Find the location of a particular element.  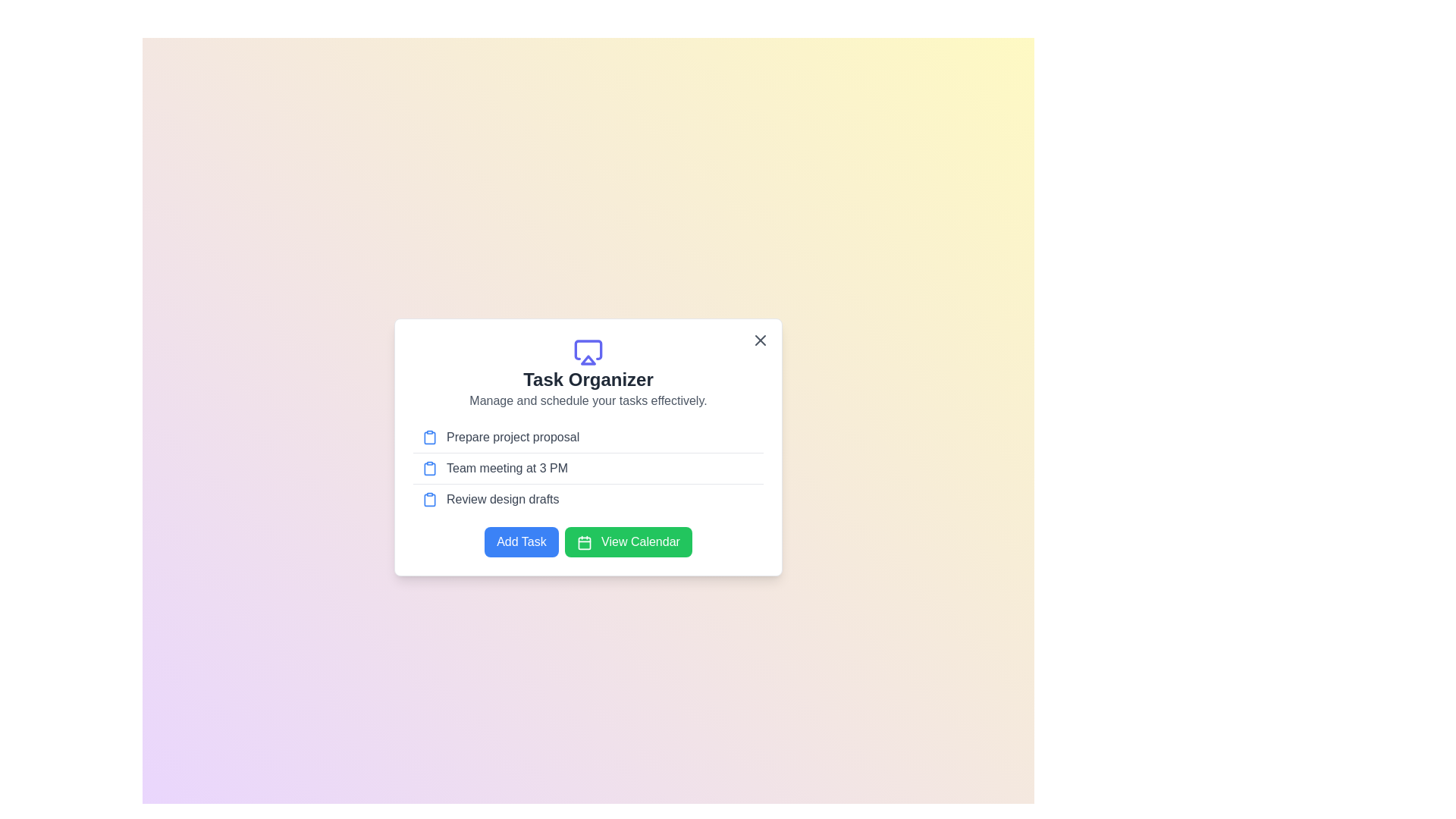

the calendar button is located at coordinates (588, 541).